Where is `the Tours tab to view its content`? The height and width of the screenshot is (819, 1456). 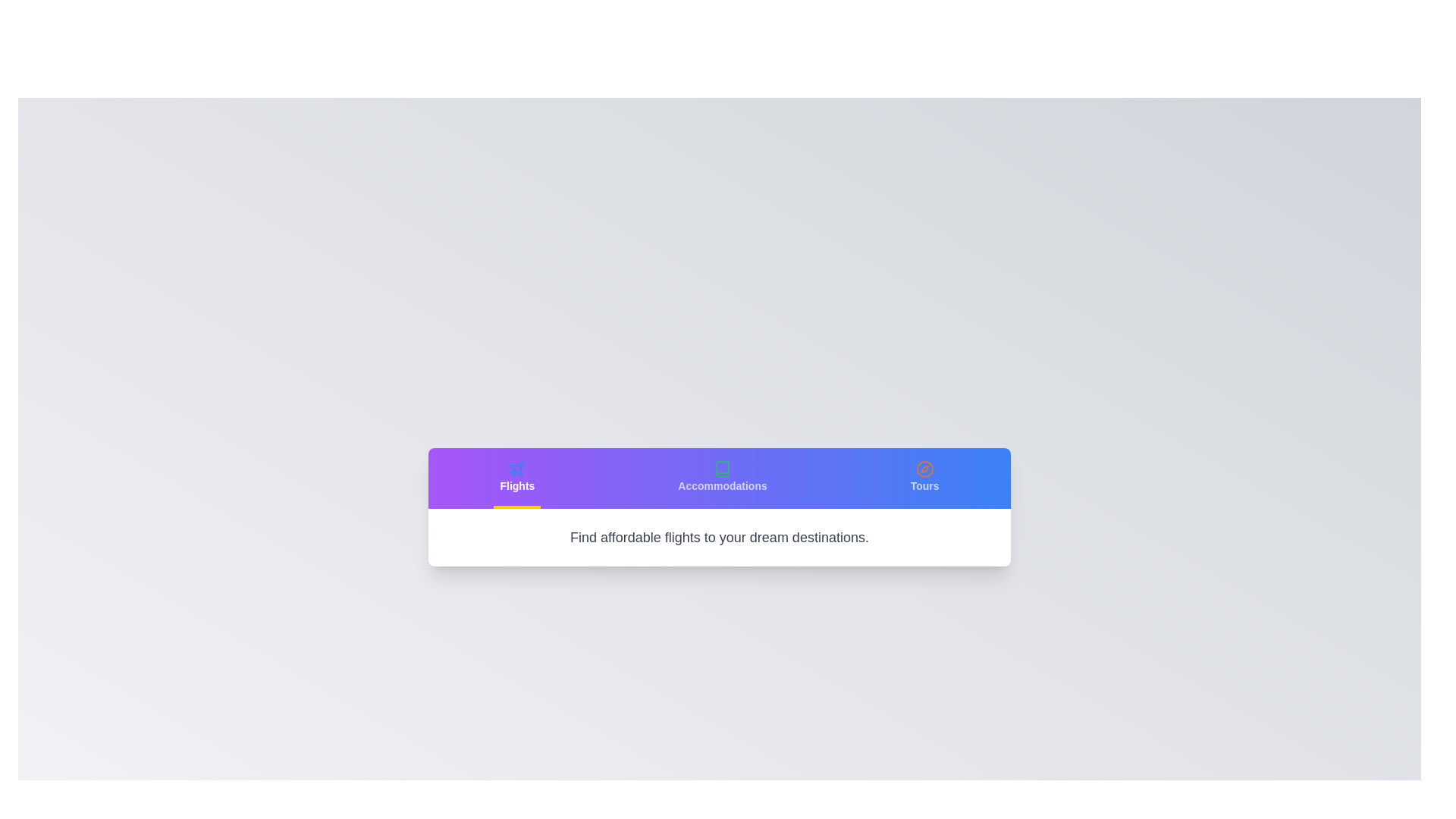
the Tours tab to view its content is located at coordinates (924, 479).